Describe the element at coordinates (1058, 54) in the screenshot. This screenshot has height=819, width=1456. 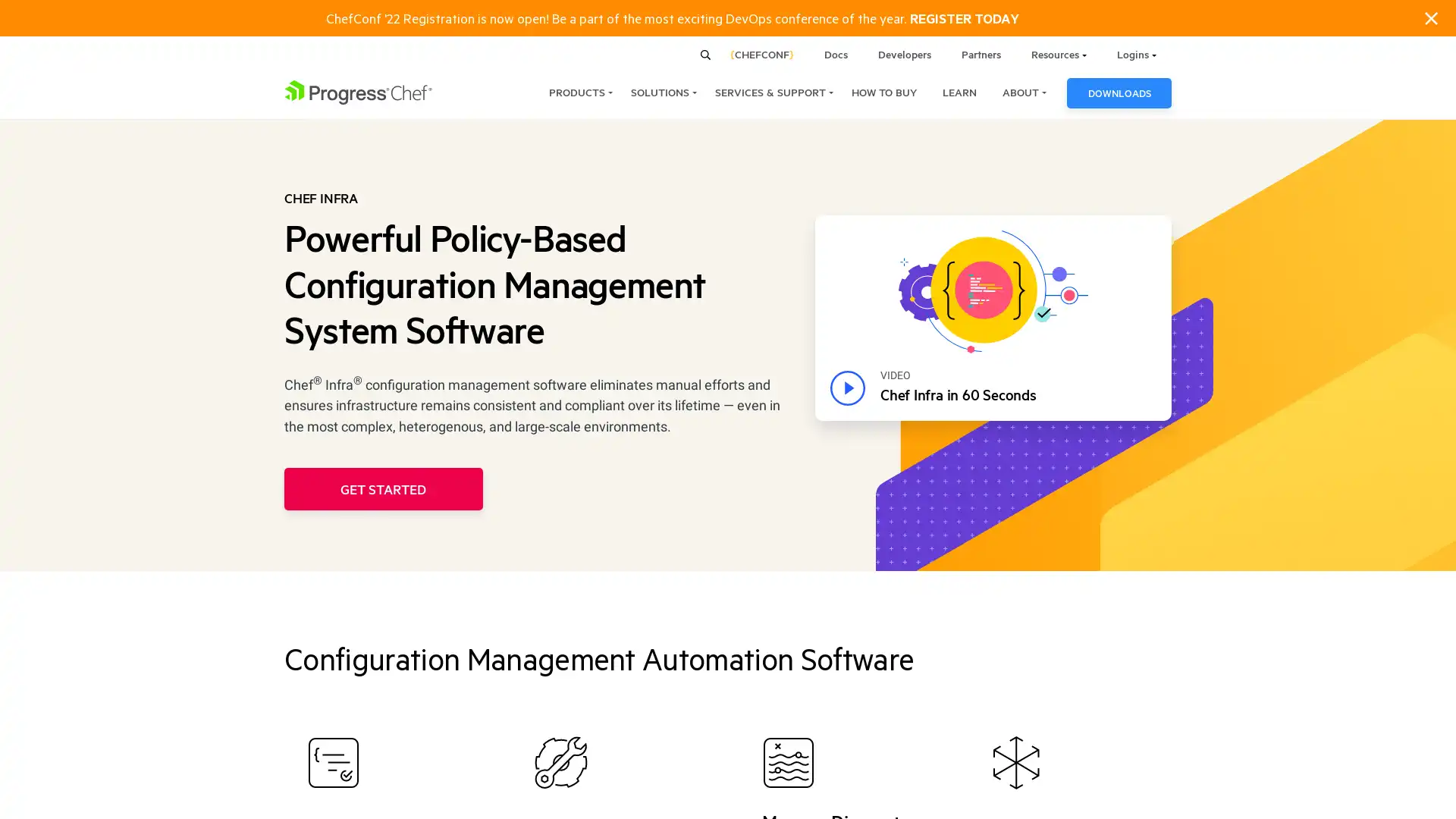
I see `Resources` at that location.